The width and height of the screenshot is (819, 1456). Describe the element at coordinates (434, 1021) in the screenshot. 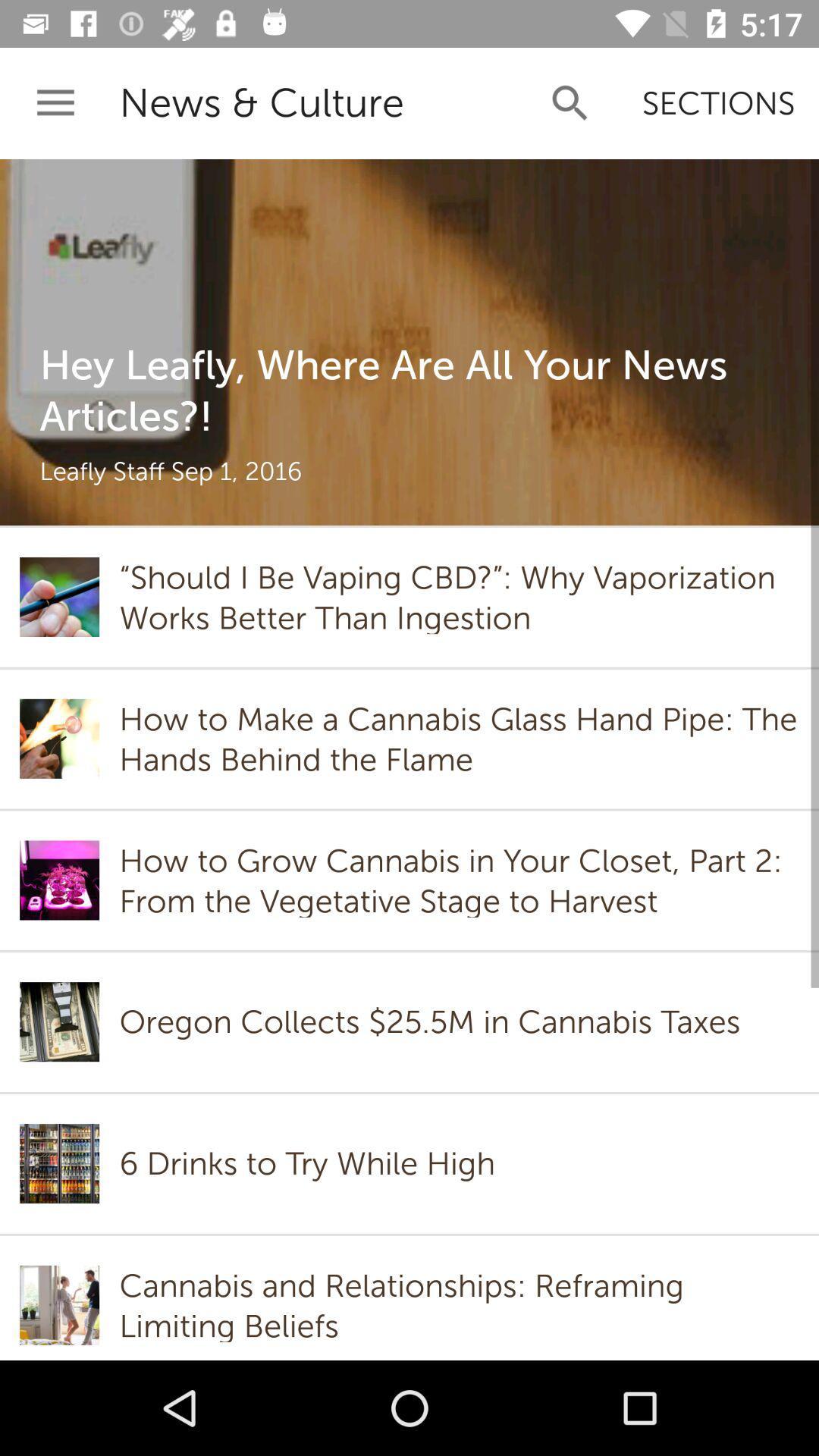

I see `the oregon collects 25` at that location.